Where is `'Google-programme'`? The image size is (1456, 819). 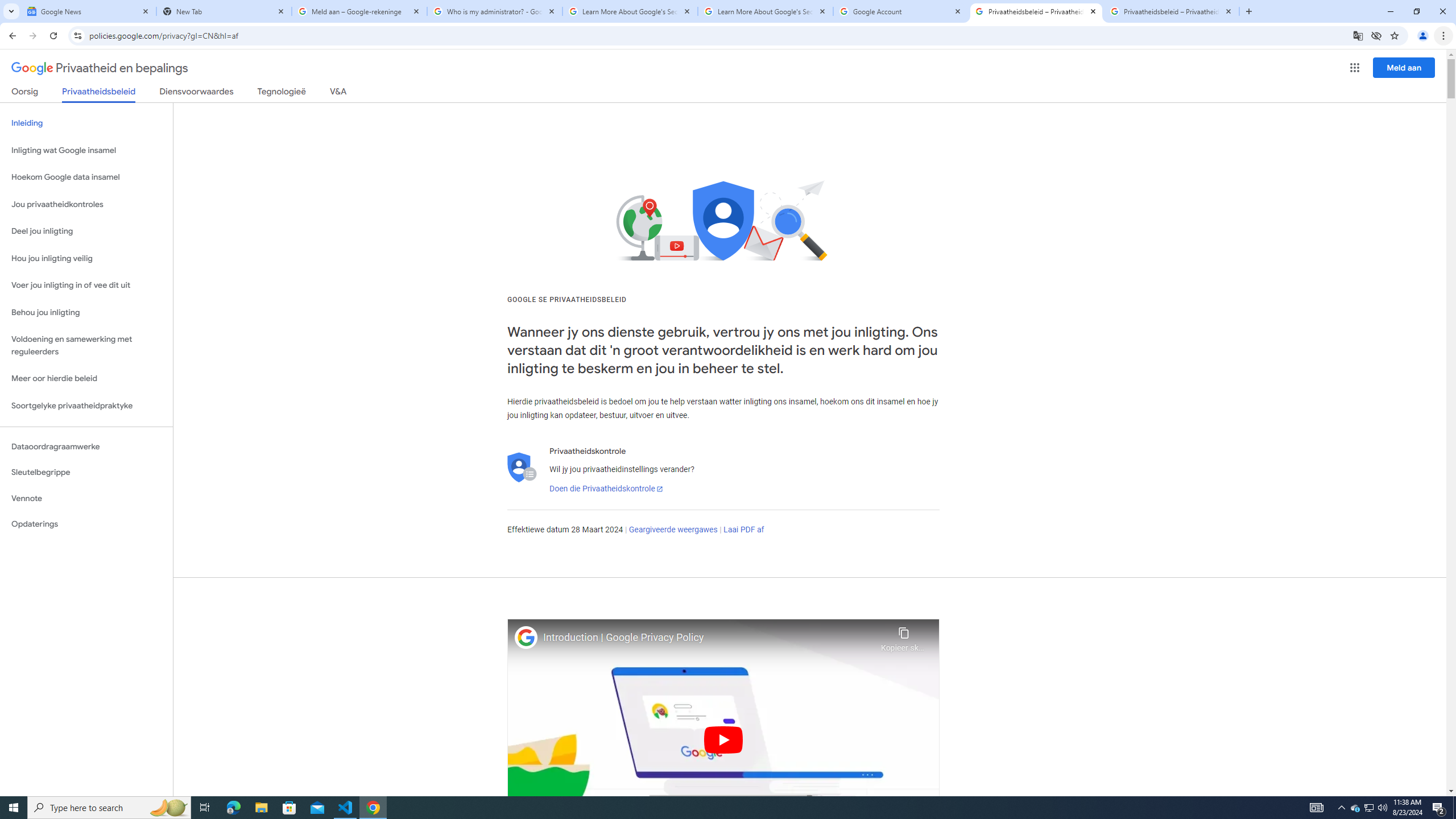 'Google-programme' is located at coordinates (1355, 67).